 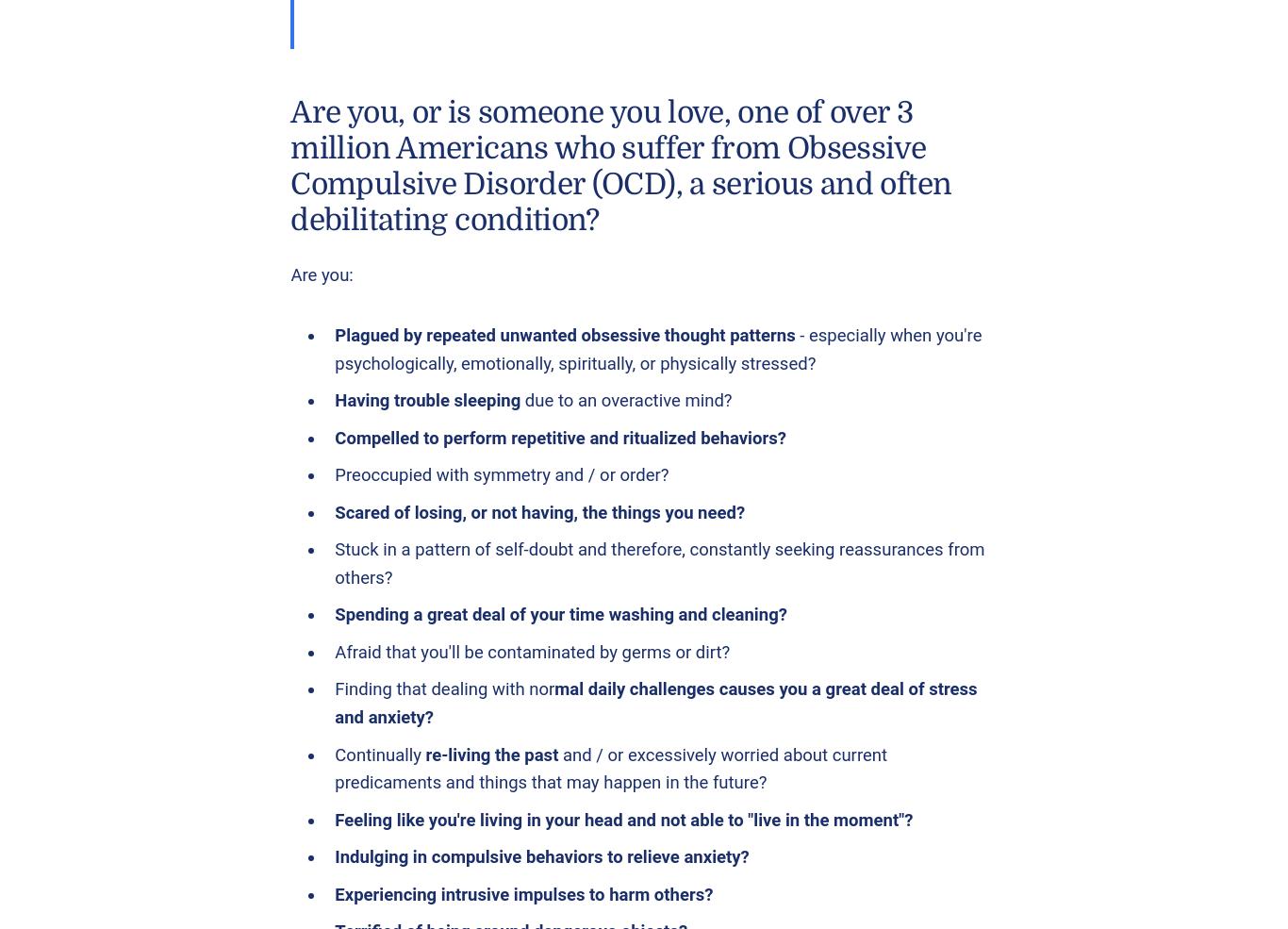 I want to click on 'NassauGuidance.com', so click(x=188, y=199).